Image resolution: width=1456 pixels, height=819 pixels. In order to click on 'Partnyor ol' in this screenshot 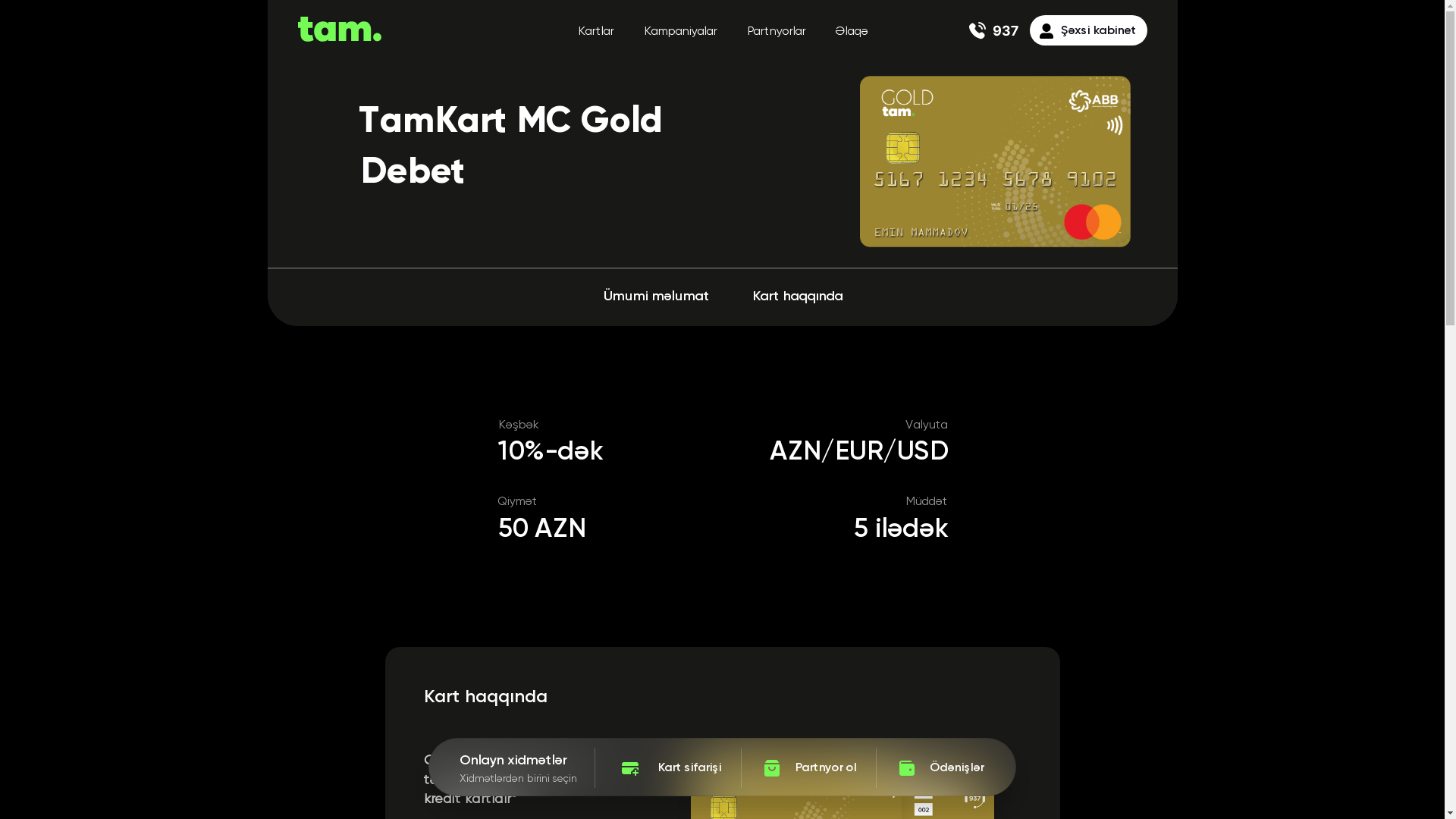, I will do `click(807, 768)`.